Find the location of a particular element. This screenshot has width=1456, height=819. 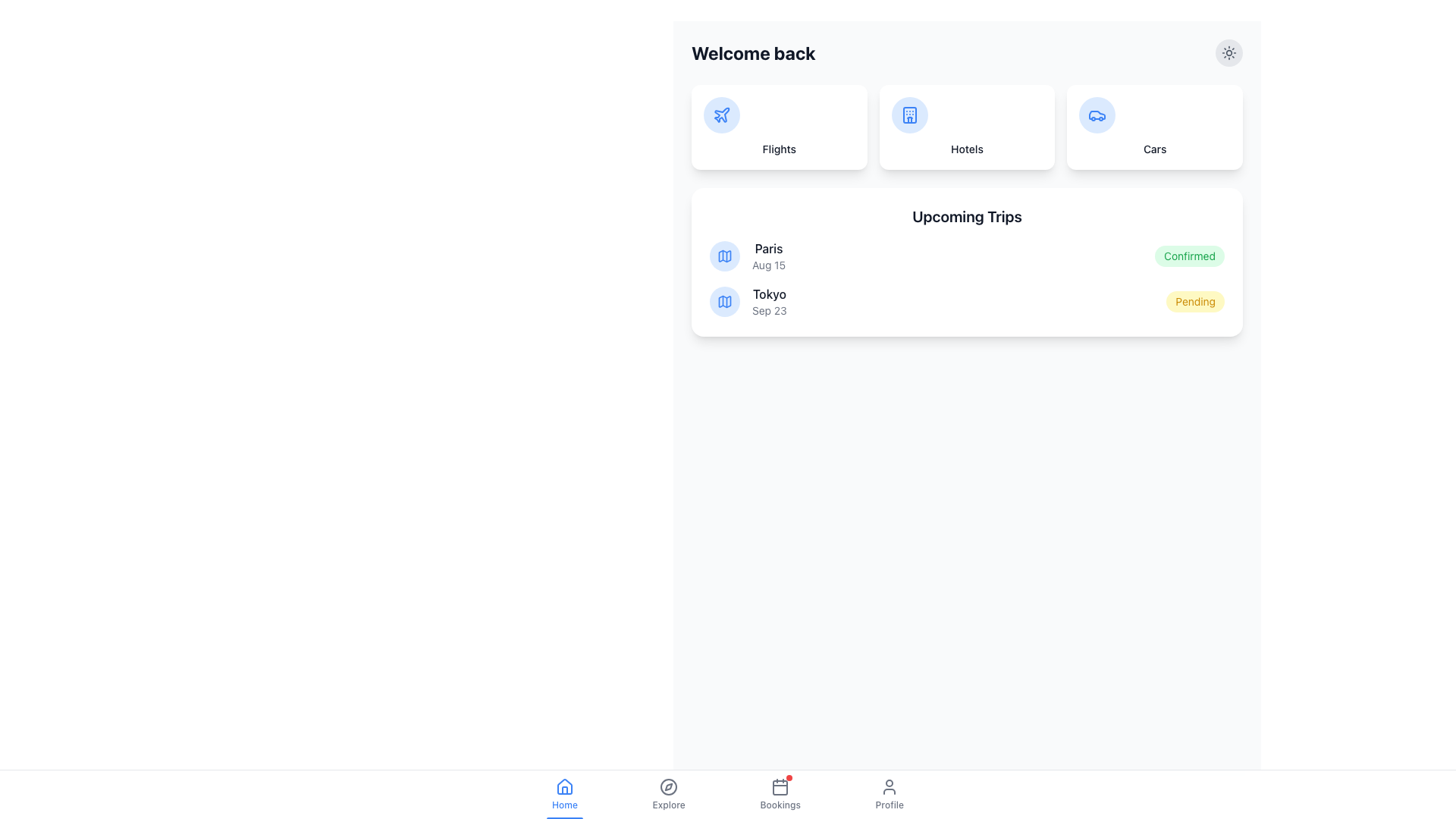

textual list containing trip information structured vertically, which includes locations, dates, and statuses for trips like 'Paris - Aug 15 - Confirmed' and 'Tokyo - Sep 23 - Pending' is located at coordinates (966, 278).